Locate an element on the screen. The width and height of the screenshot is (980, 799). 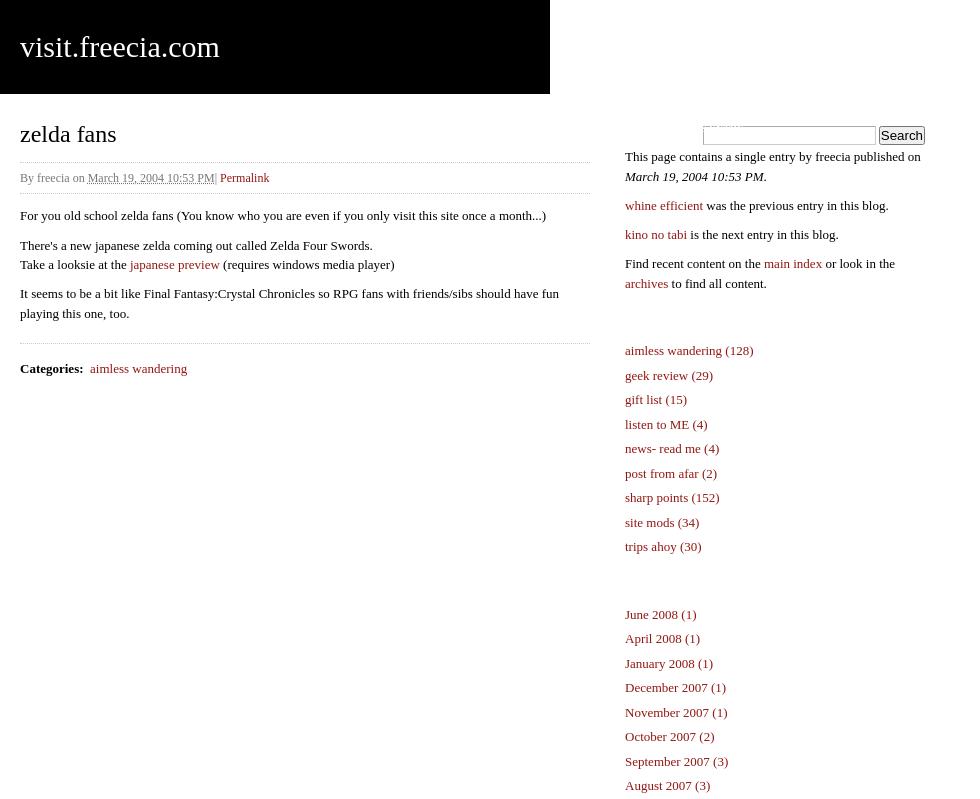
'sharp points (152)' is located at coordinates (671, 497).